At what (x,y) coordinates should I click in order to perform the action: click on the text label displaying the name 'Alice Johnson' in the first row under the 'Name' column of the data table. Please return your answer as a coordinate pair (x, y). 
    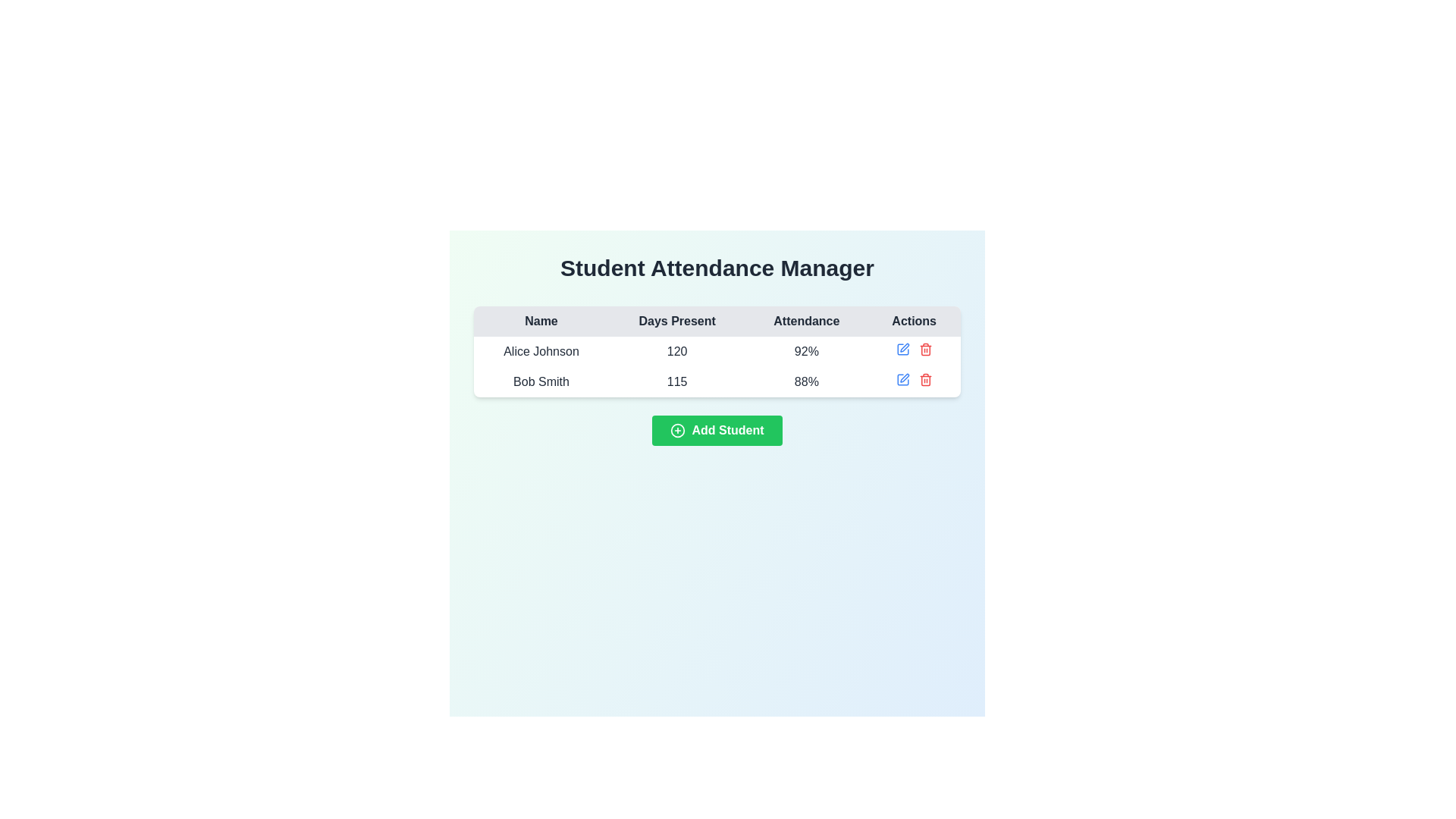
    Looking at the image, I should click on (541, 351).